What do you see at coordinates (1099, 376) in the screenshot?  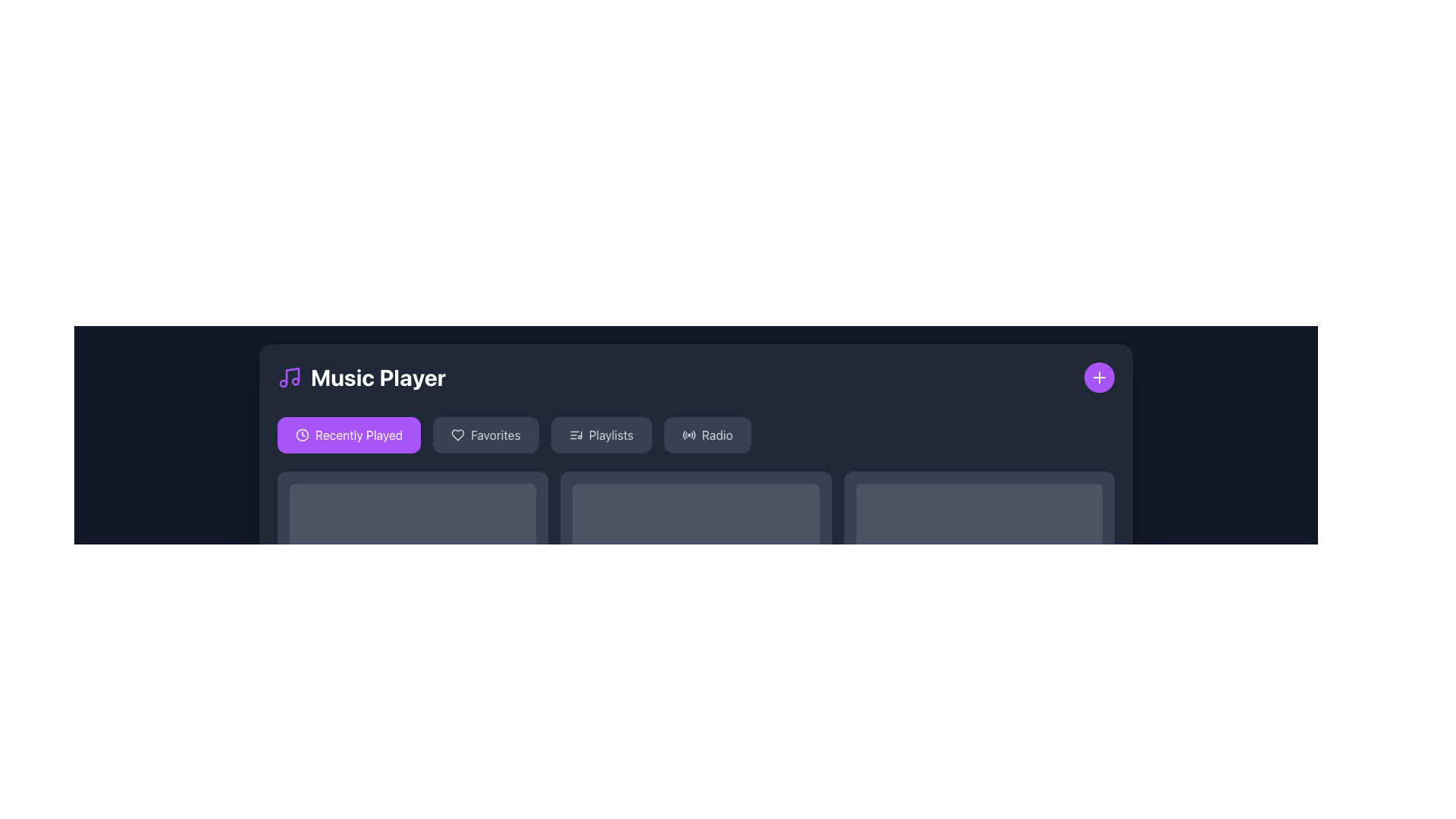 I see `the '+' button located at the top-right corner of the 'Music Player' header section to observe the hover effect` at bounding box center [1099, 376].